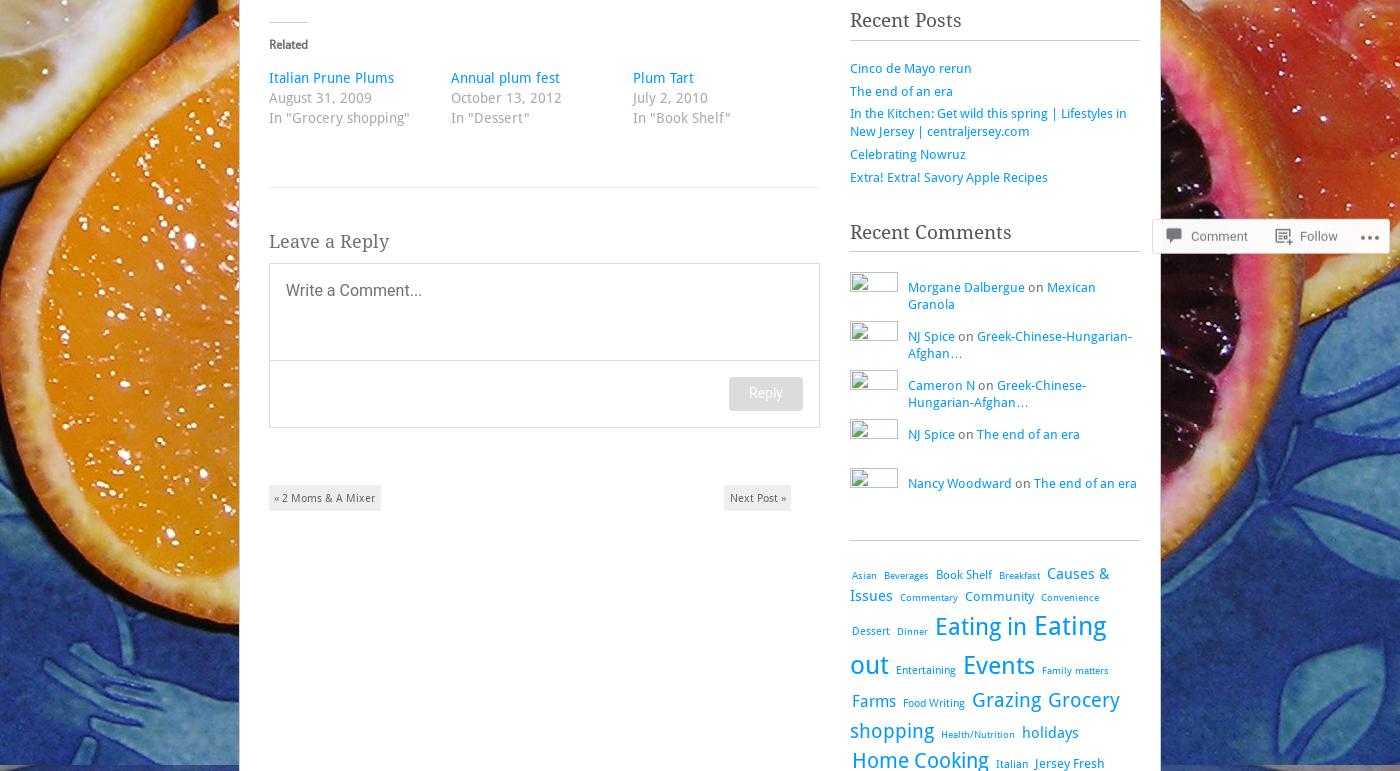 This screenshot has height=771, width=1400. I want to click on 'Post navigation', so click(267, 495).